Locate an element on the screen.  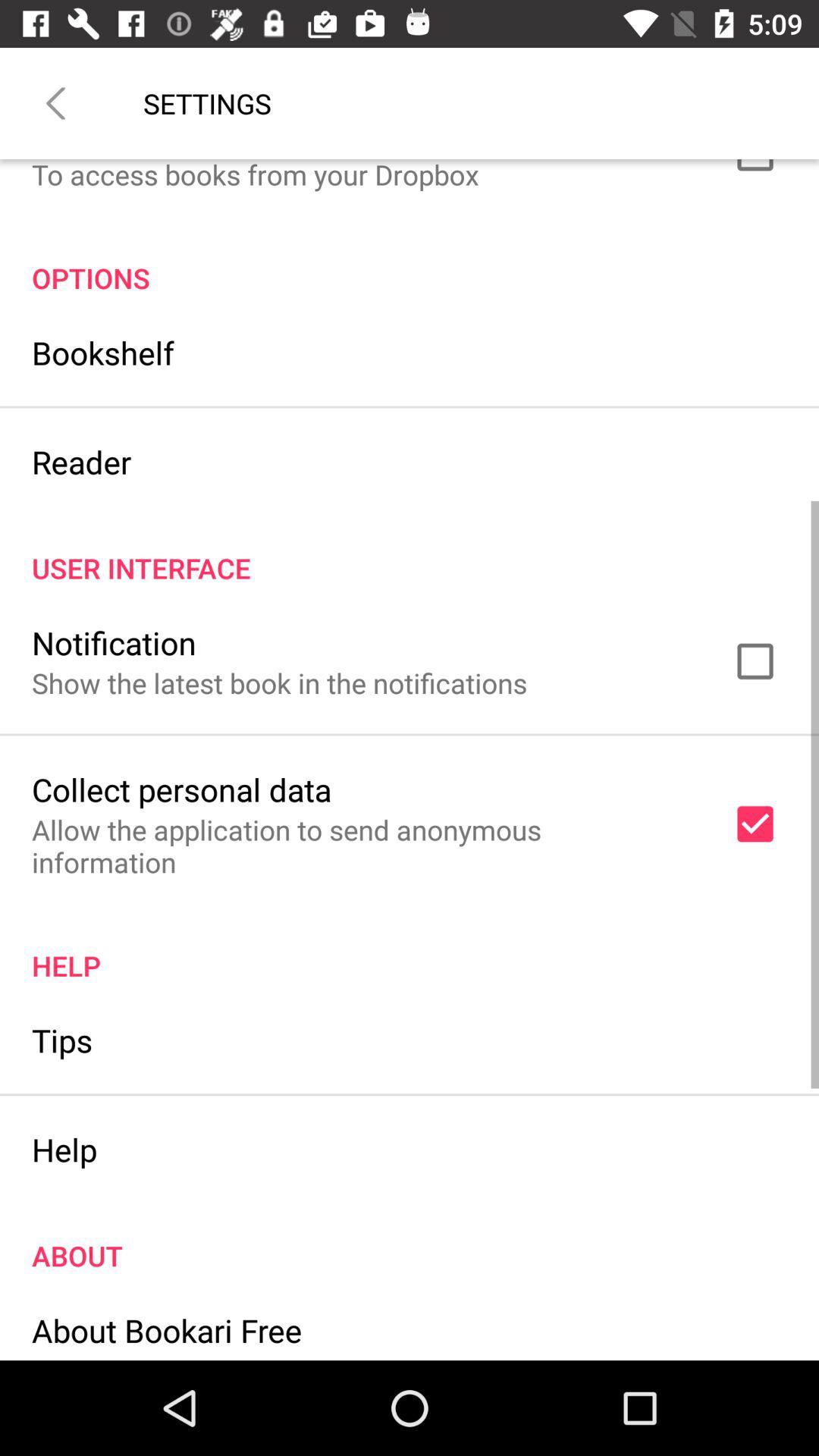
the to access books is located at coordinates (254, 176).